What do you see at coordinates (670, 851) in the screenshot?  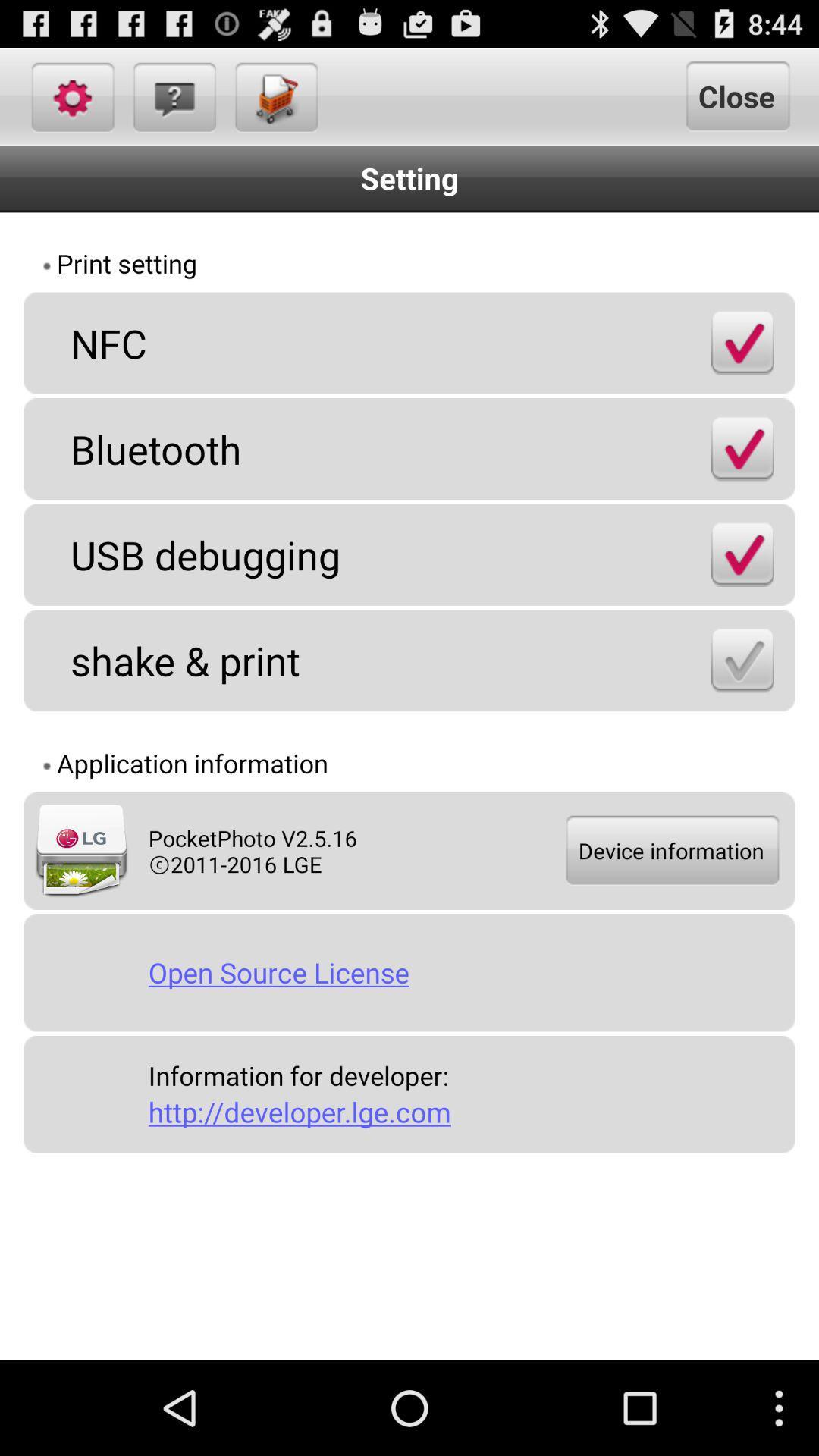 I see `device information item` at bounding box center [670, 851].